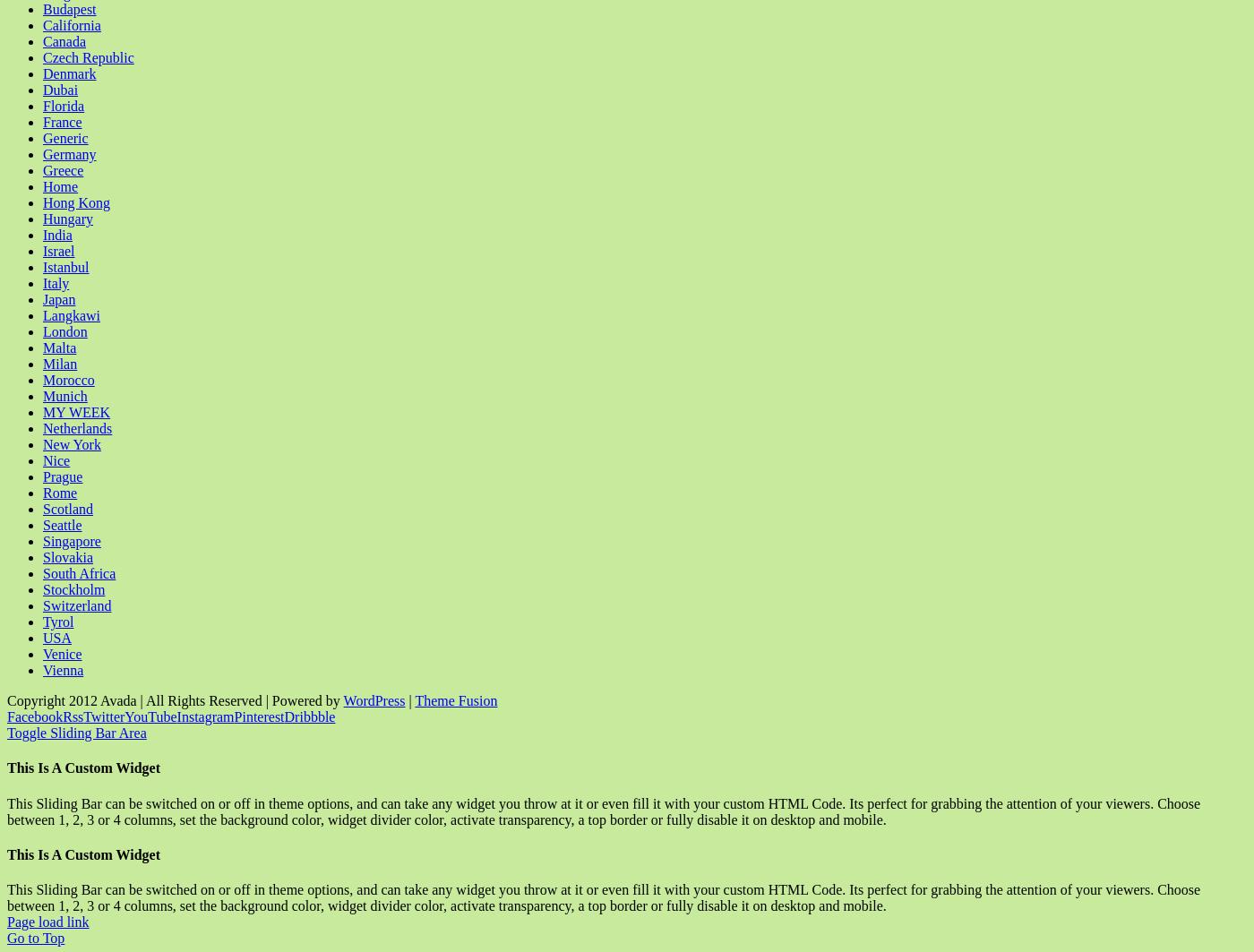 The image size is (1254, 952). What do you see at coordinates (35, 716) in the screenshot?
I see `'Facebook'` at bounding box center [35, 716].